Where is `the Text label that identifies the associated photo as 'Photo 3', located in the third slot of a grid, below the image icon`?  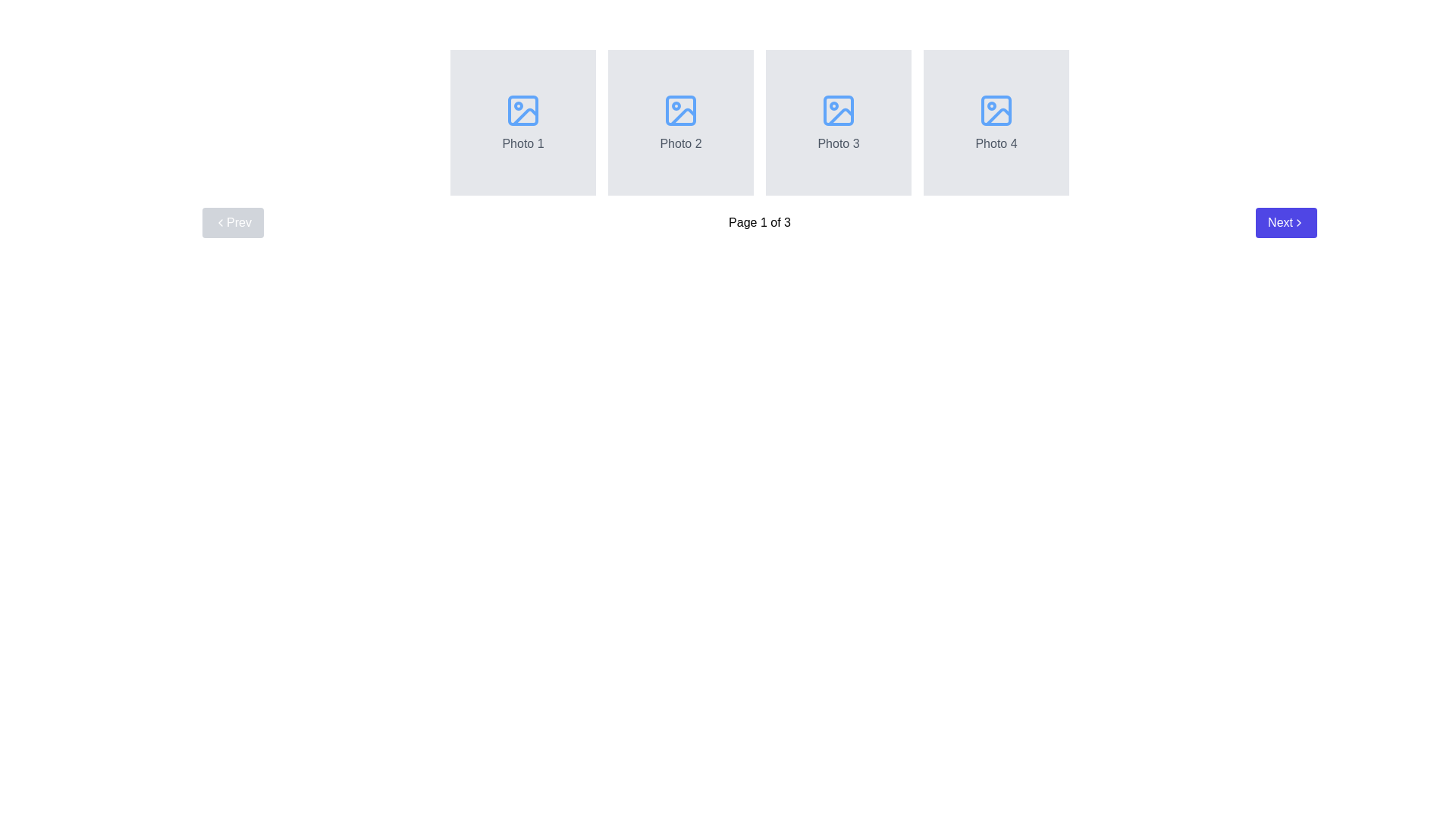 the Text label that identifies the associated photo as 'Photo 3', located in the third slot of a grid, below the image icon is located at coordinates (837, 143).